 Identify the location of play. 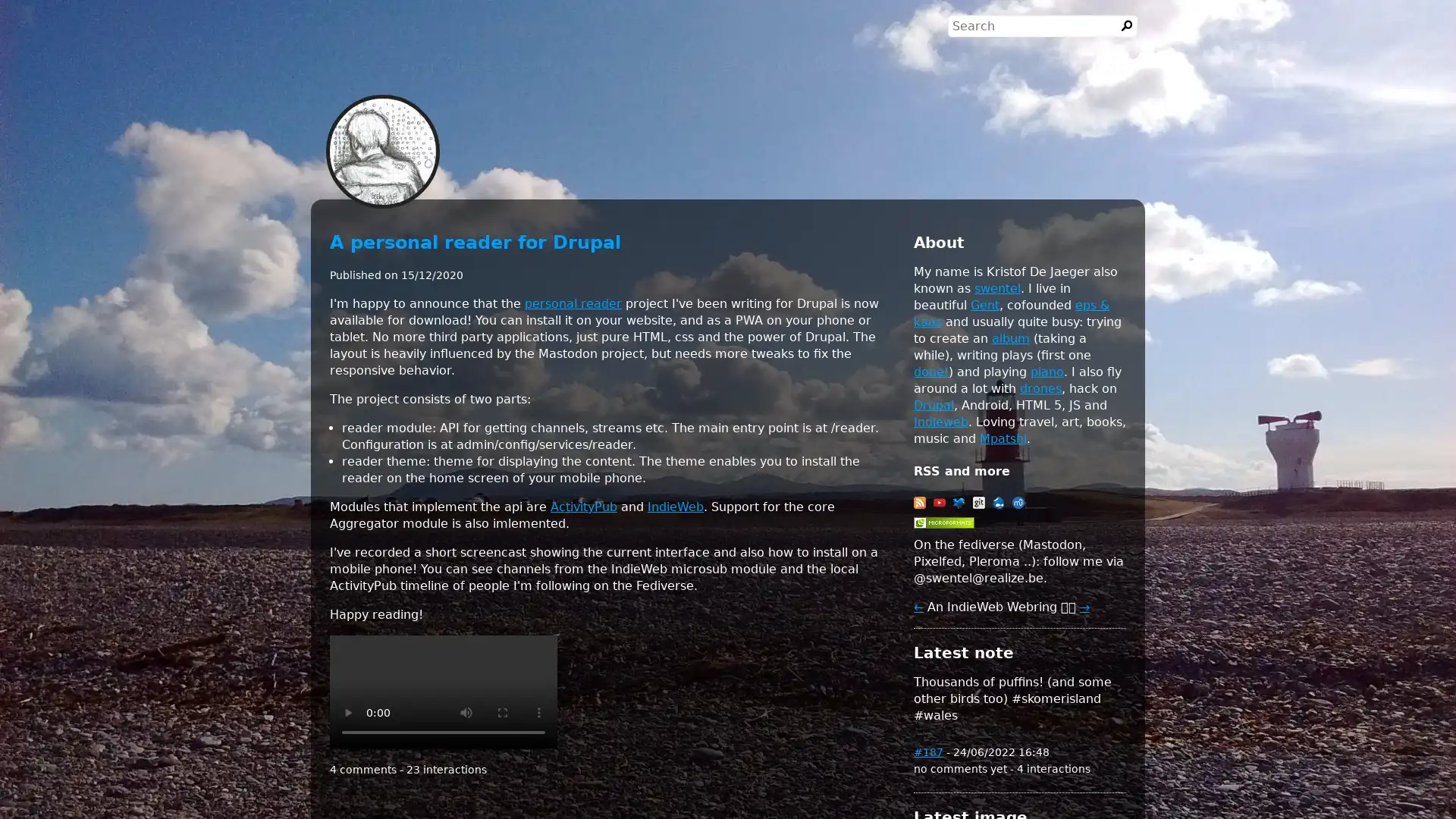
(347, 711).